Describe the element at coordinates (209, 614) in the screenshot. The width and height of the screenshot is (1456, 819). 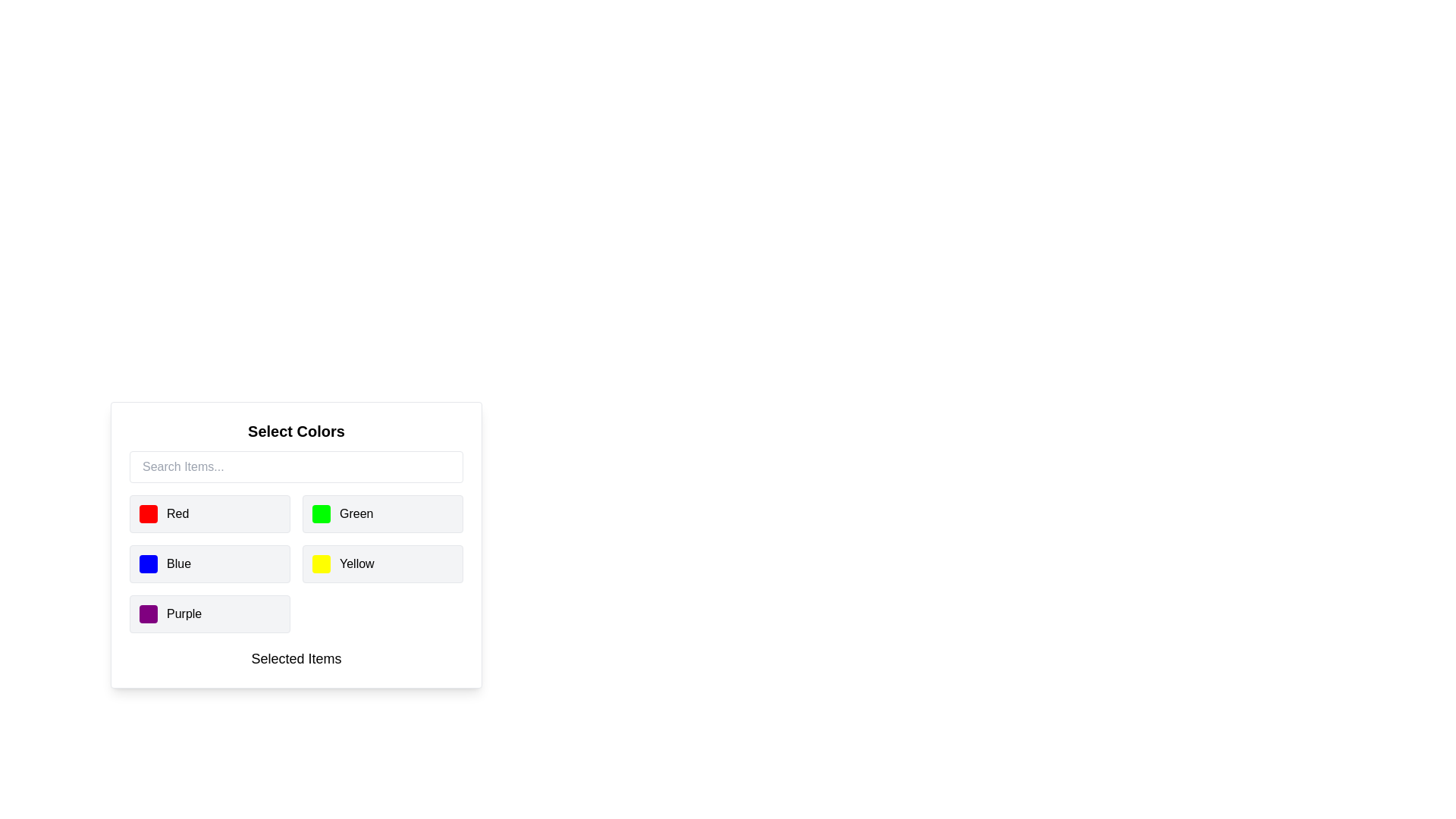
I see `the fifth selectable list item labeled 'Purple' in the 'Select Colors' section` at that location.